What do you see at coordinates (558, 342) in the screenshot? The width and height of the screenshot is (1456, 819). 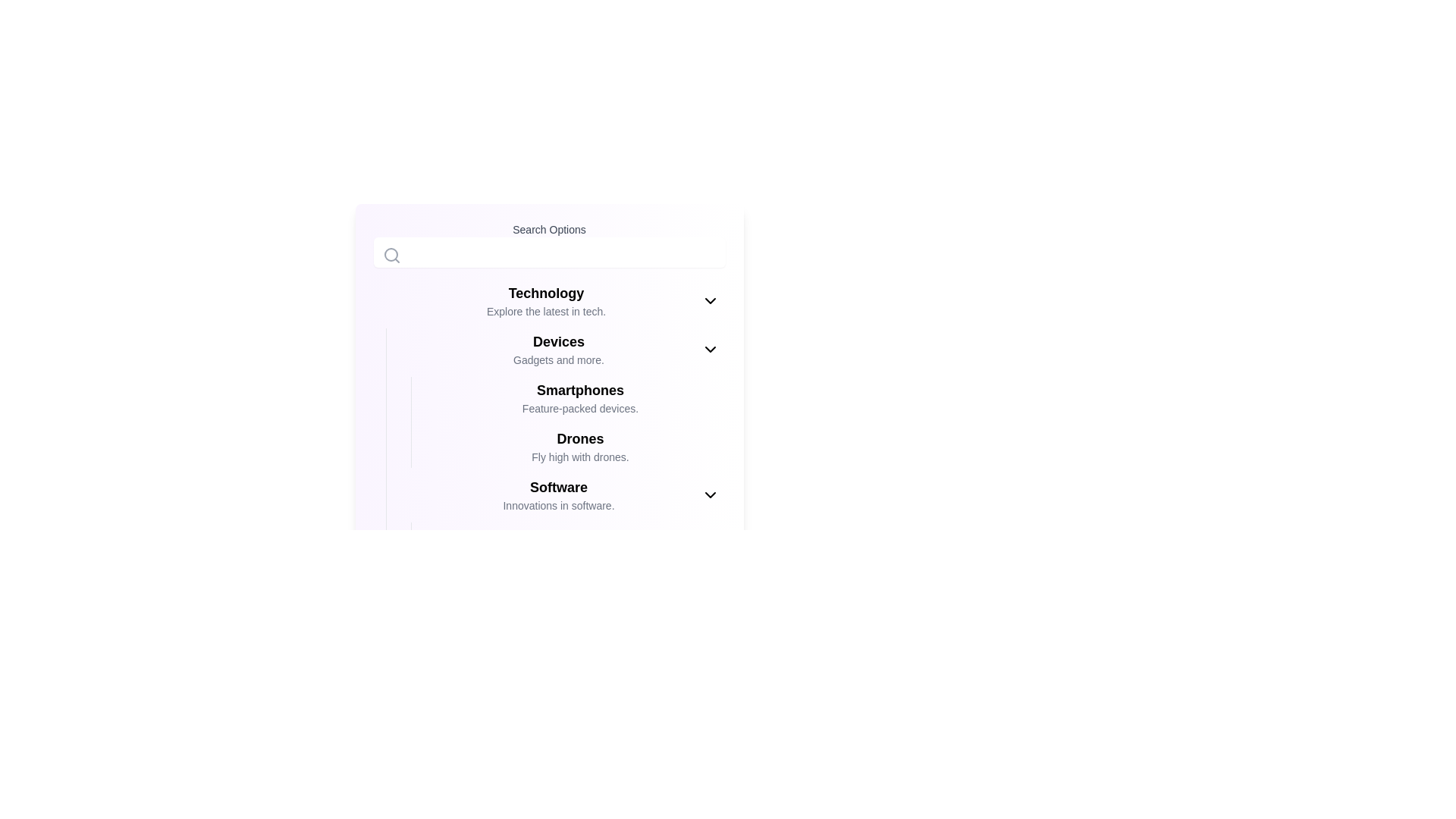 I see `the bold, black-colored text label 'Devices'` at bounding box center [558, 342].